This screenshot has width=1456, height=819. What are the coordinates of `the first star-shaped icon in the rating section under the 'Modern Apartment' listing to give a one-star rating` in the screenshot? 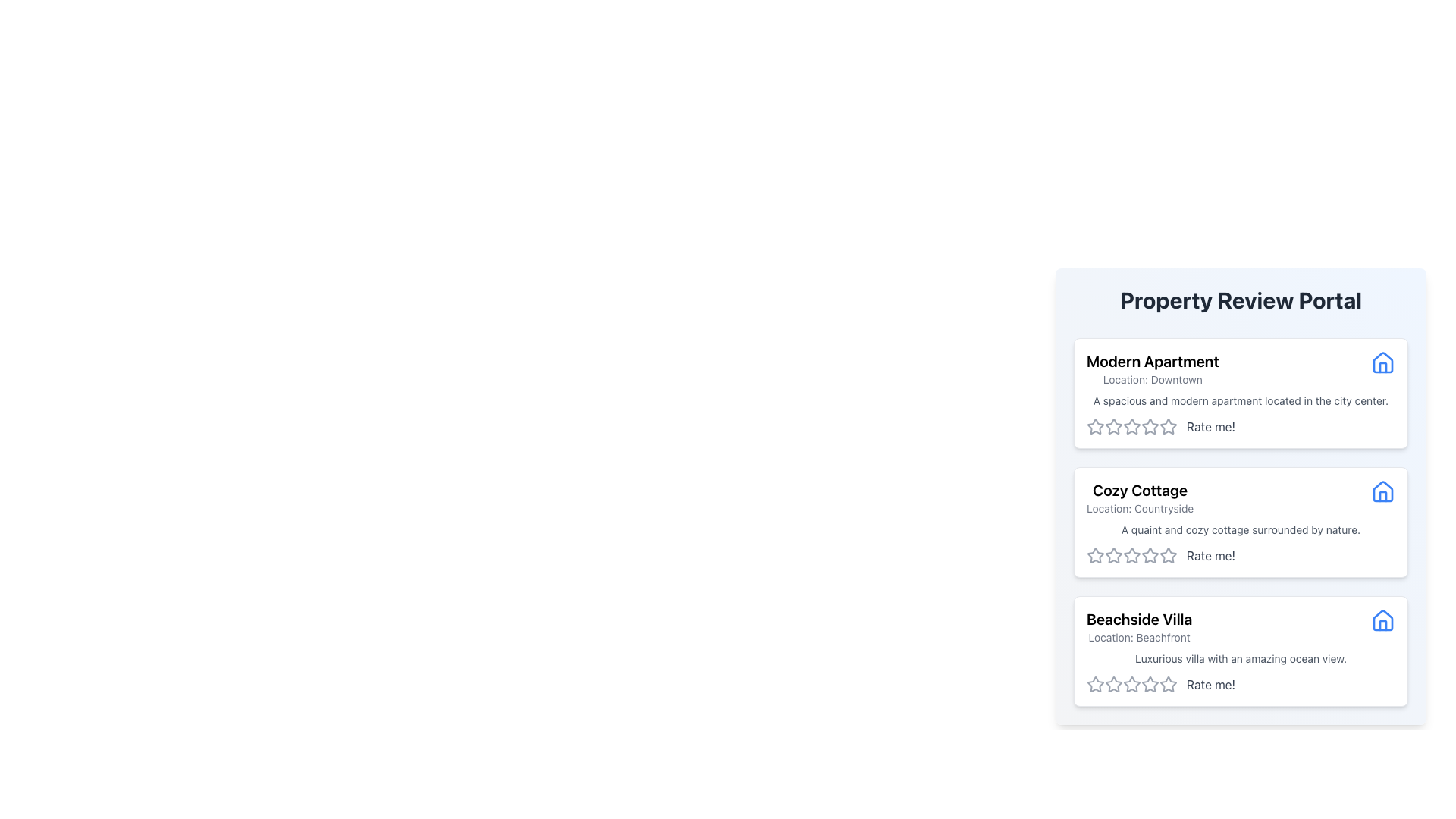 It's located at (1095, 427).